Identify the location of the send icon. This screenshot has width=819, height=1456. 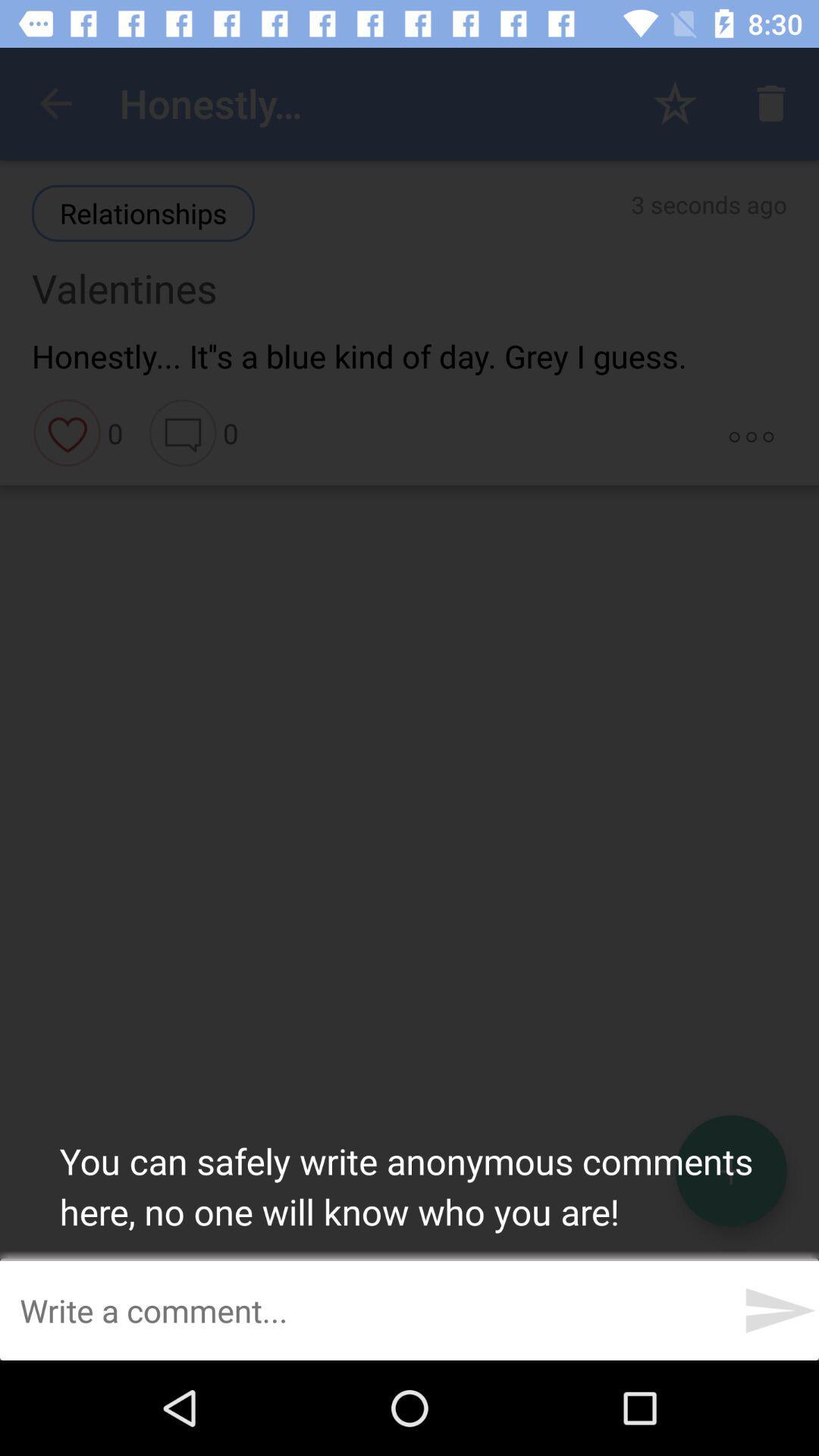
(779, 1310).